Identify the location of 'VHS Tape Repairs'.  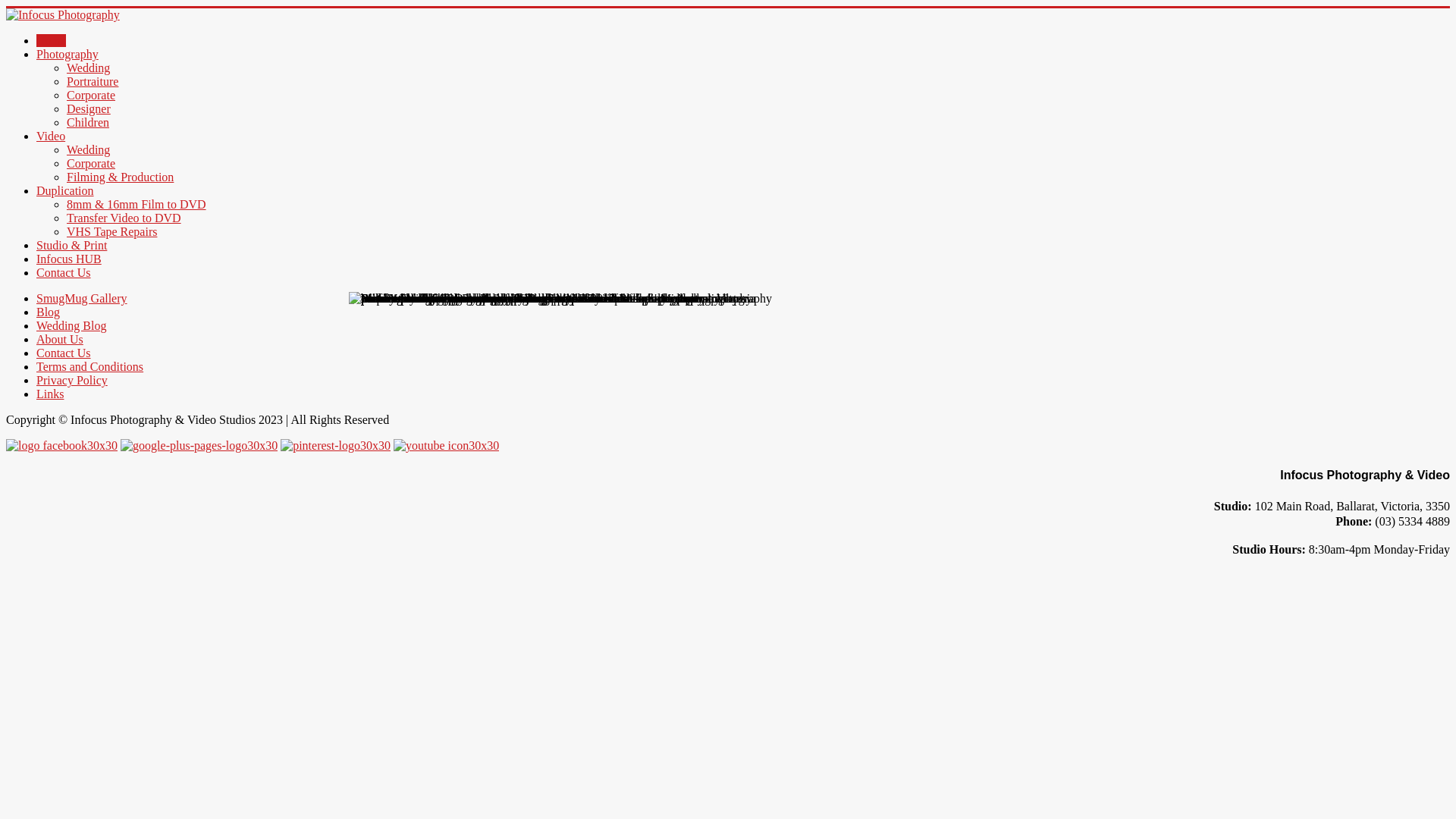
(111, 231).